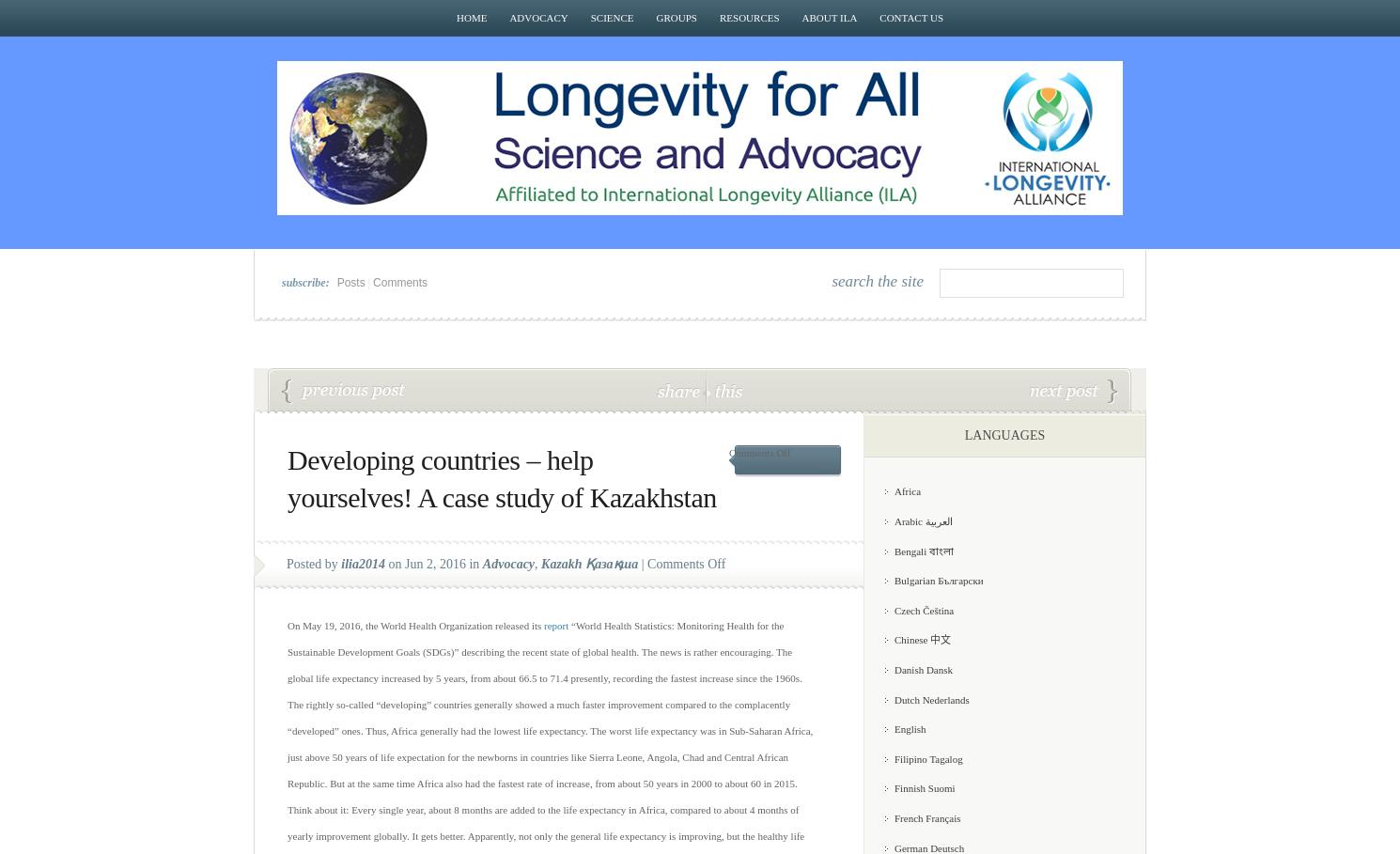  What do you see at coordinates (507, 564) in the screenshot?
I see `'Advocacy'` at bounding box center [507, 564].